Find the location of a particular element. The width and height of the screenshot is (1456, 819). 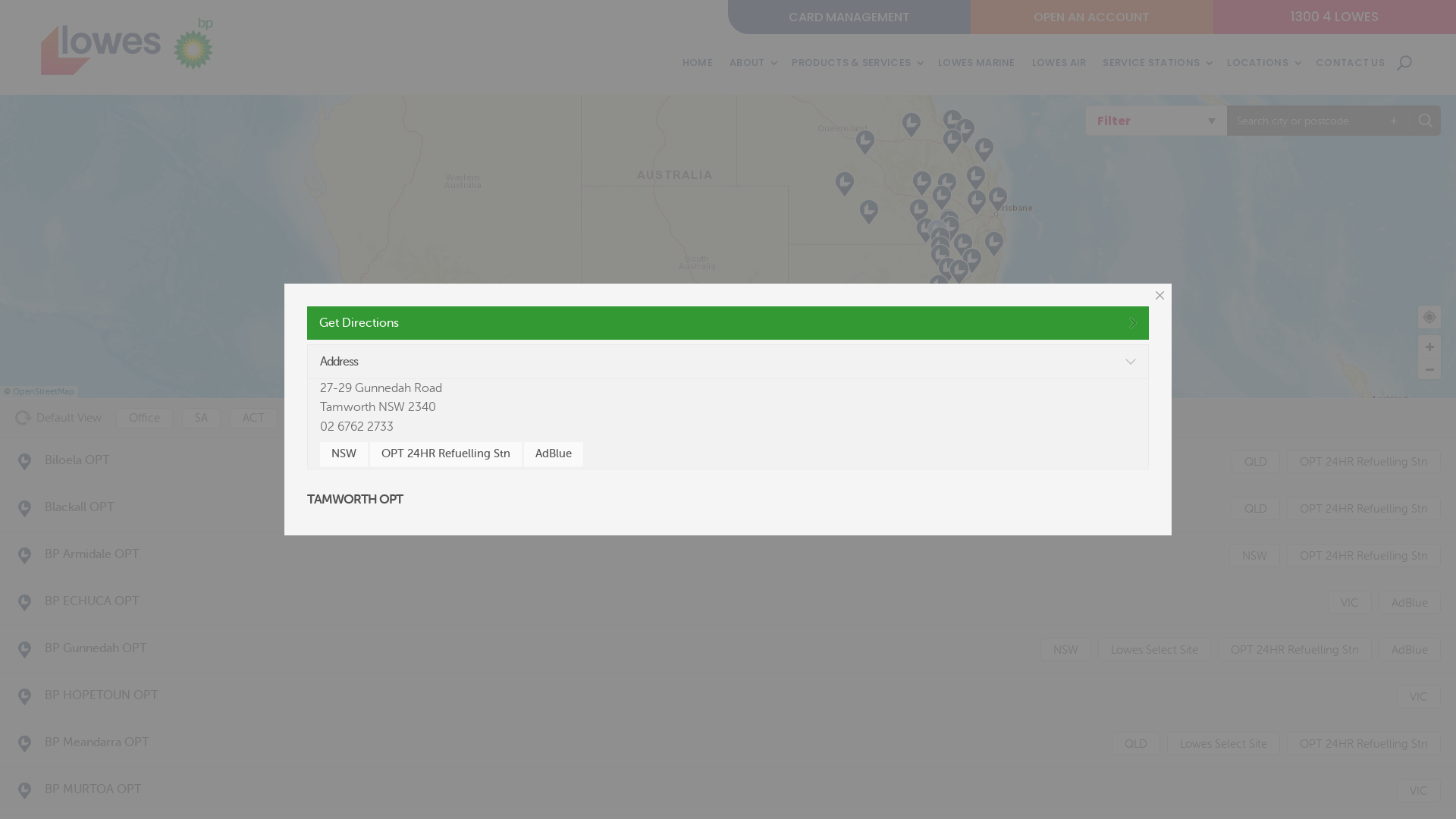

'QLD' is located at coordinates (1256, 460).